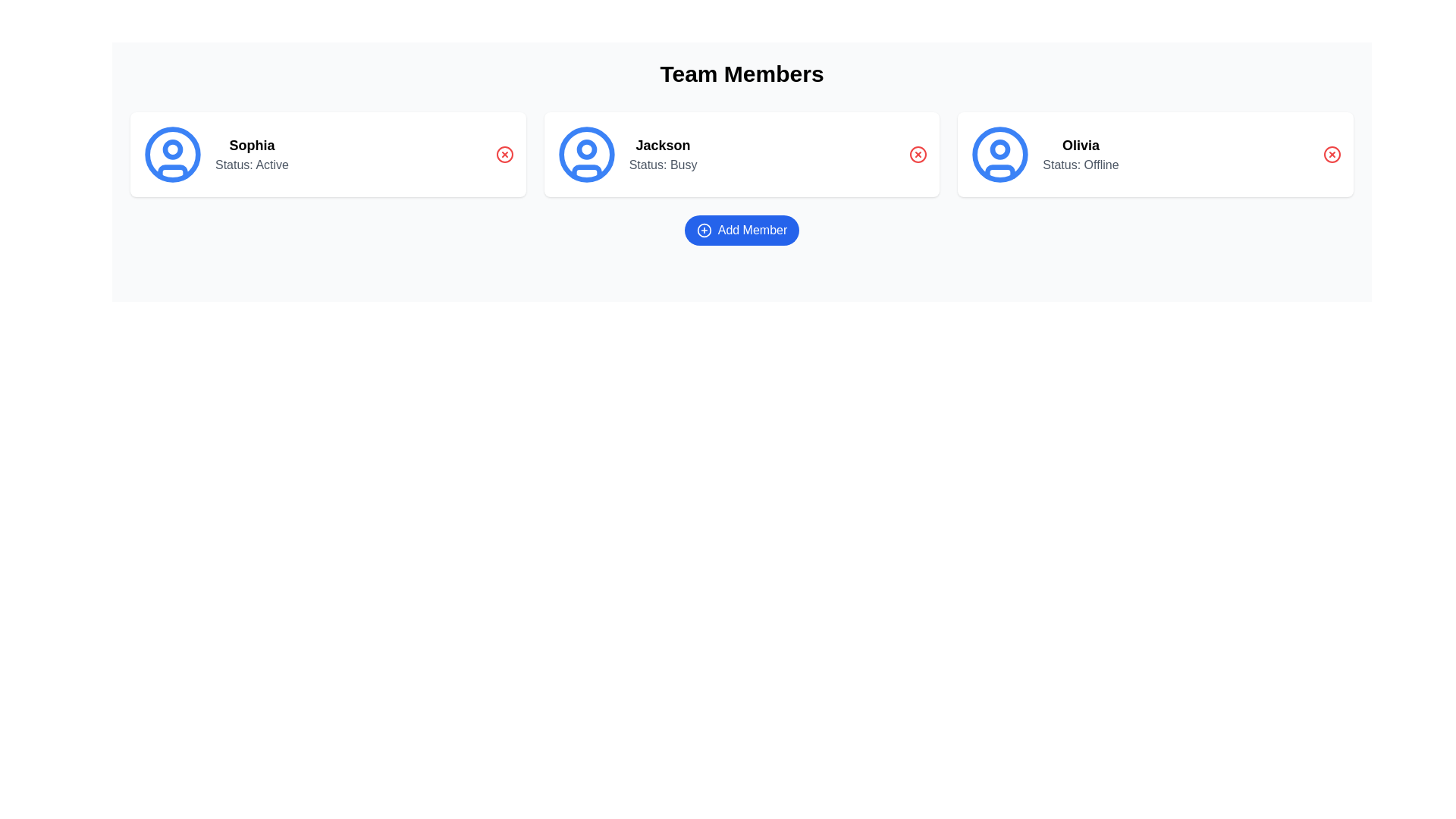 Image resolution: width=1456 pixels, height=819 pixels. Describe the element at coordinates (1080, 165) in the screenshot. I see `the text label displaying 'Status: Offline' in gray font, which is located below the name 'Olivia' in the third user card` at that location.